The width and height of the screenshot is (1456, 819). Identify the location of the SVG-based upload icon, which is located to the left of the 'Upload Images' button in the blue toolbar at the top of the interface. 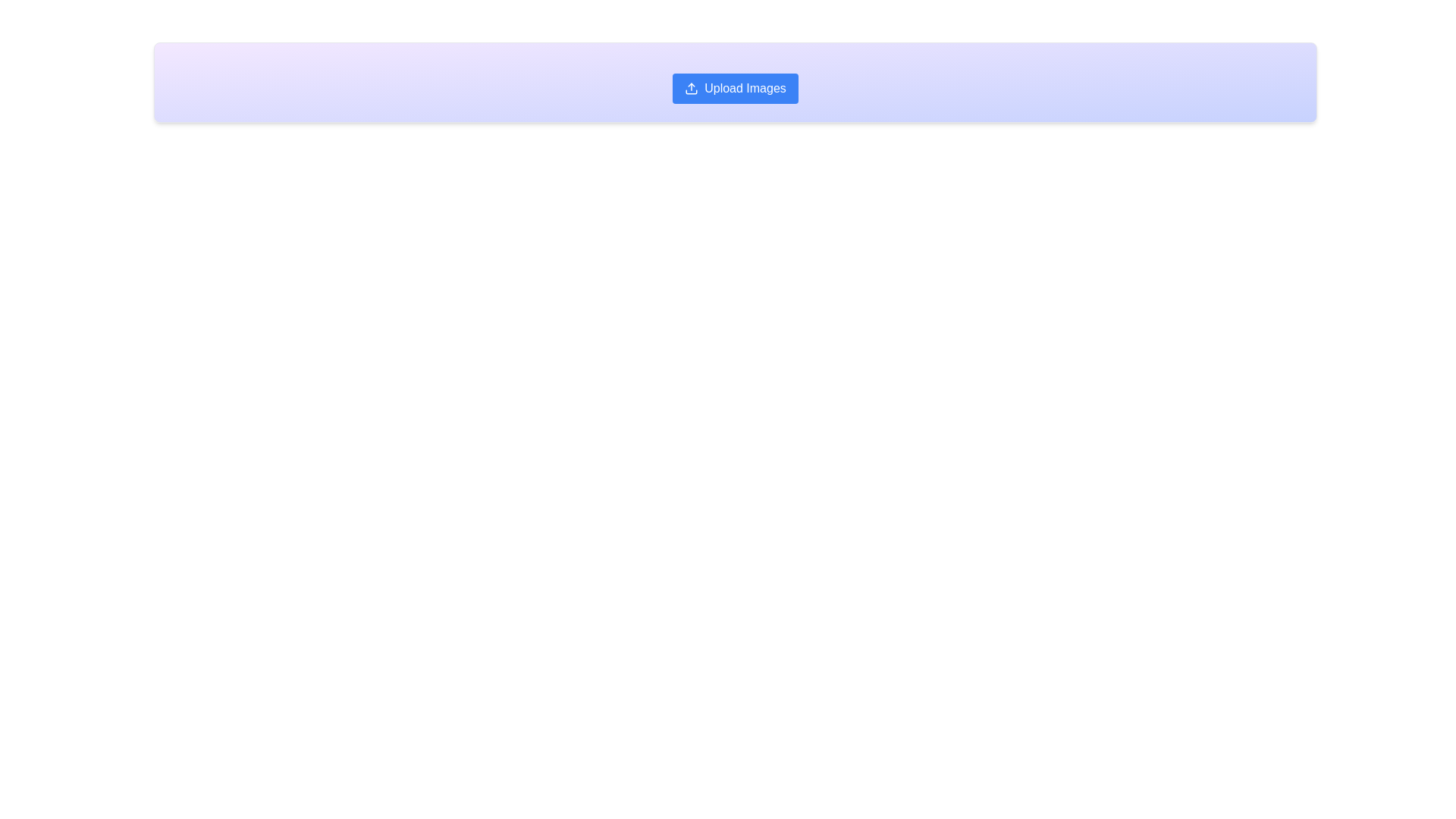
(691, 88).